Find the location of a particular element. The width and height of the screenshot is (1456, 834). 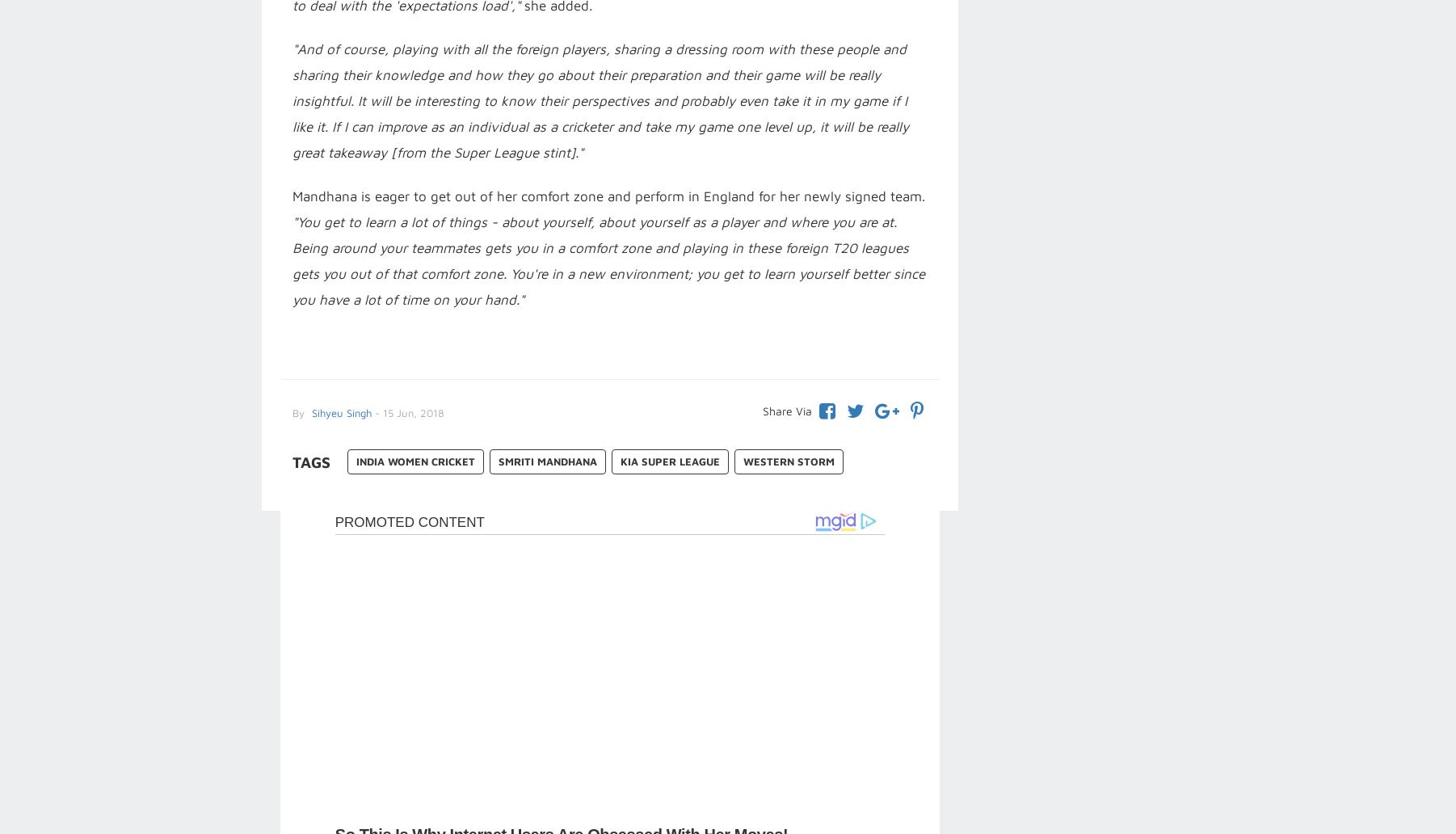

'Smriti Mandhana' is located at coordinates (547, 461).